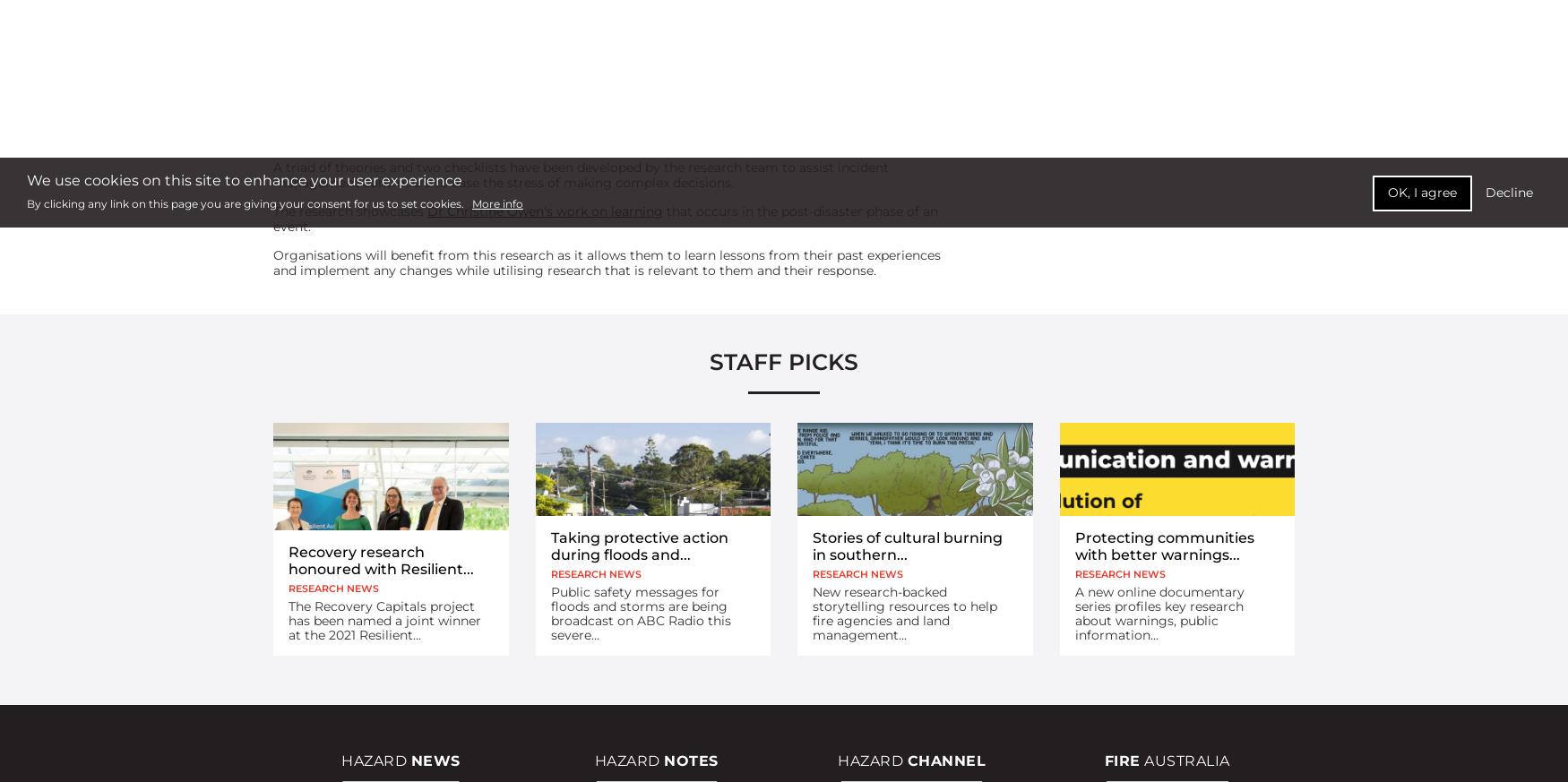  What do you see at coordinates (245, 202) in the screenshot?
I see `'By clicking any link on this page you are giving your consent for us to set cookies.'` at bounding box center [245, 202].